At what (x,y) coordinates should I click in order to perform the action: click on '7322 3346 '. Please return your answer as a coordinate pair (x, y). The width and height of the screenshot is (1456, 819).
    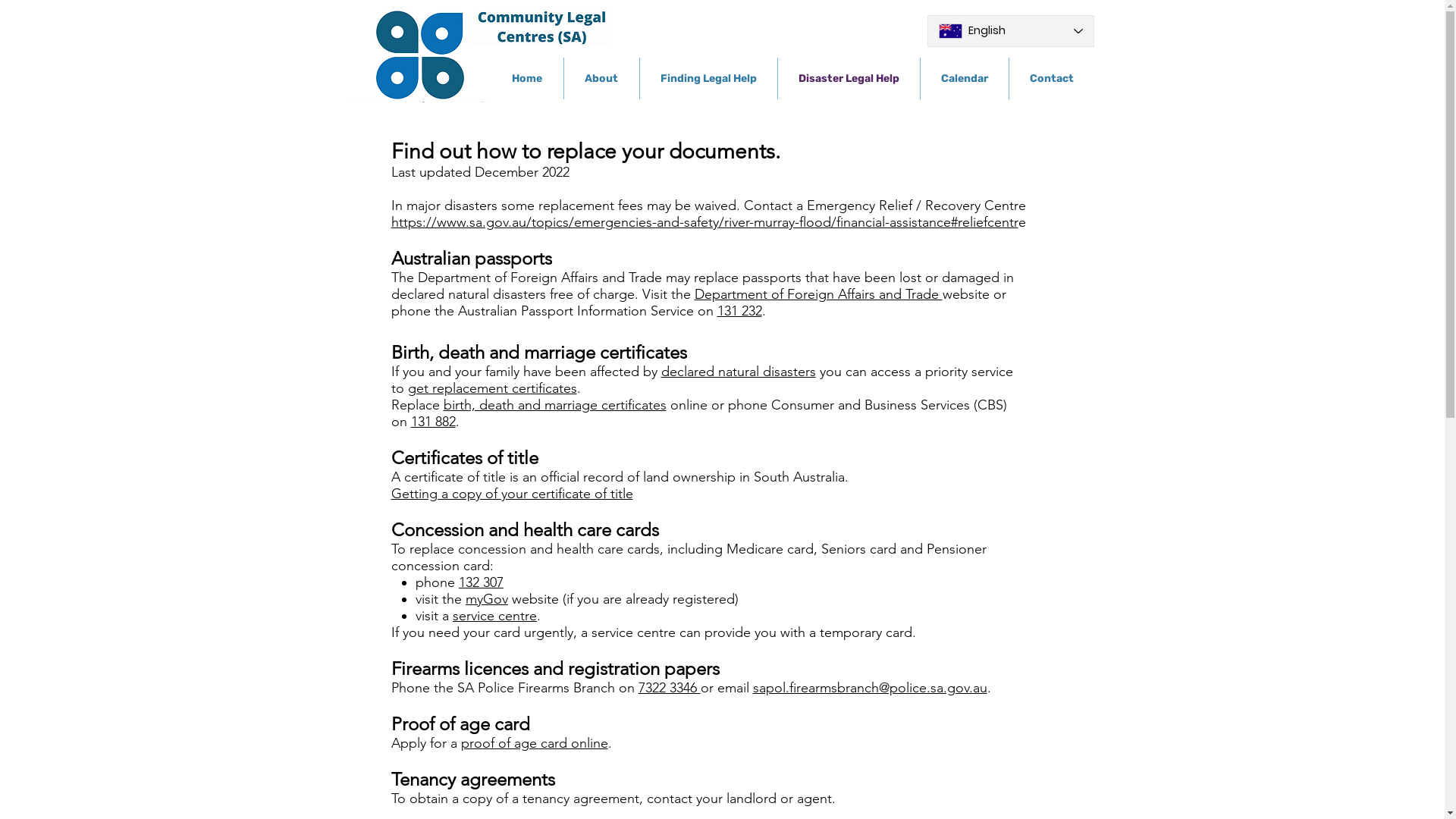
    Looking at the image, I should click on (669, 687).